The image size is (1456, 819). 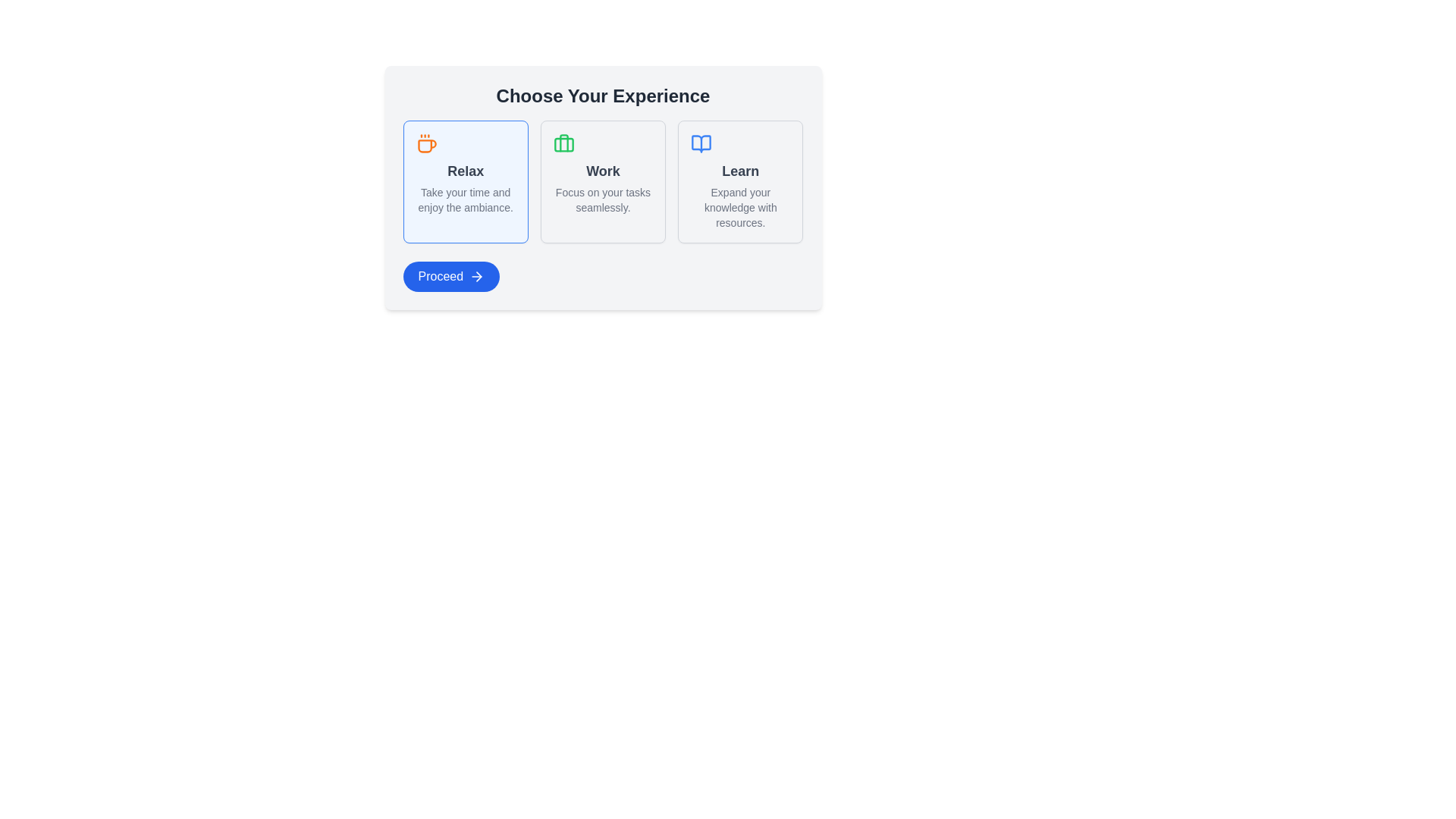 What do you see at coordinates (740, 207) in the screenshot?
I see `the text label that says 'Expand your knowledge with resources.' located within the 'Learn' card, positioned below the 'Learn' heading` at bounding box center [740, 207].